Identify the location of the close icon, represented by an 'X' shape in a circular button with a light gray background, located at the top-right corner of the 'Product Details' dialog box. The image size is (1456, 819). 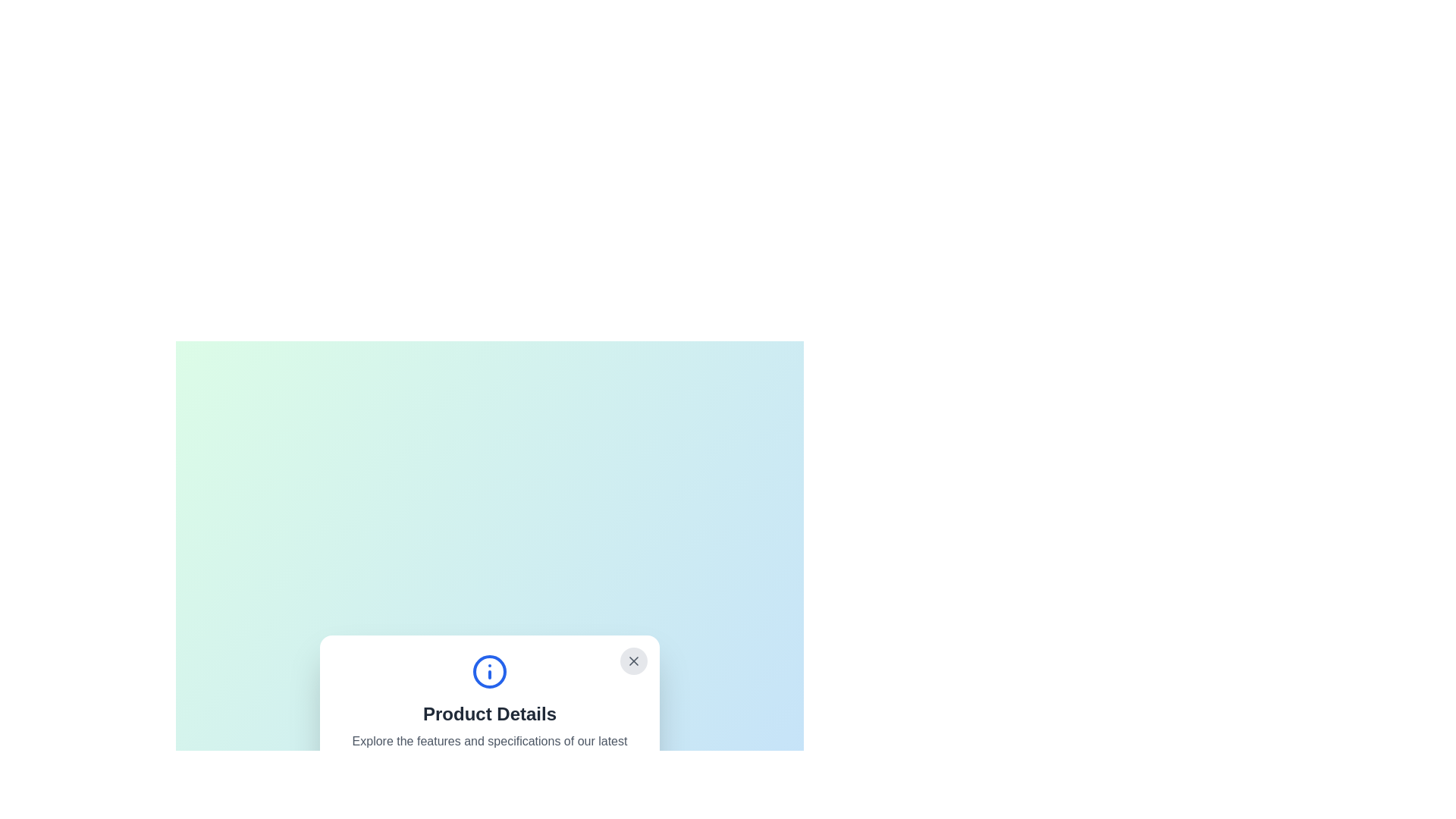
(633, 660).